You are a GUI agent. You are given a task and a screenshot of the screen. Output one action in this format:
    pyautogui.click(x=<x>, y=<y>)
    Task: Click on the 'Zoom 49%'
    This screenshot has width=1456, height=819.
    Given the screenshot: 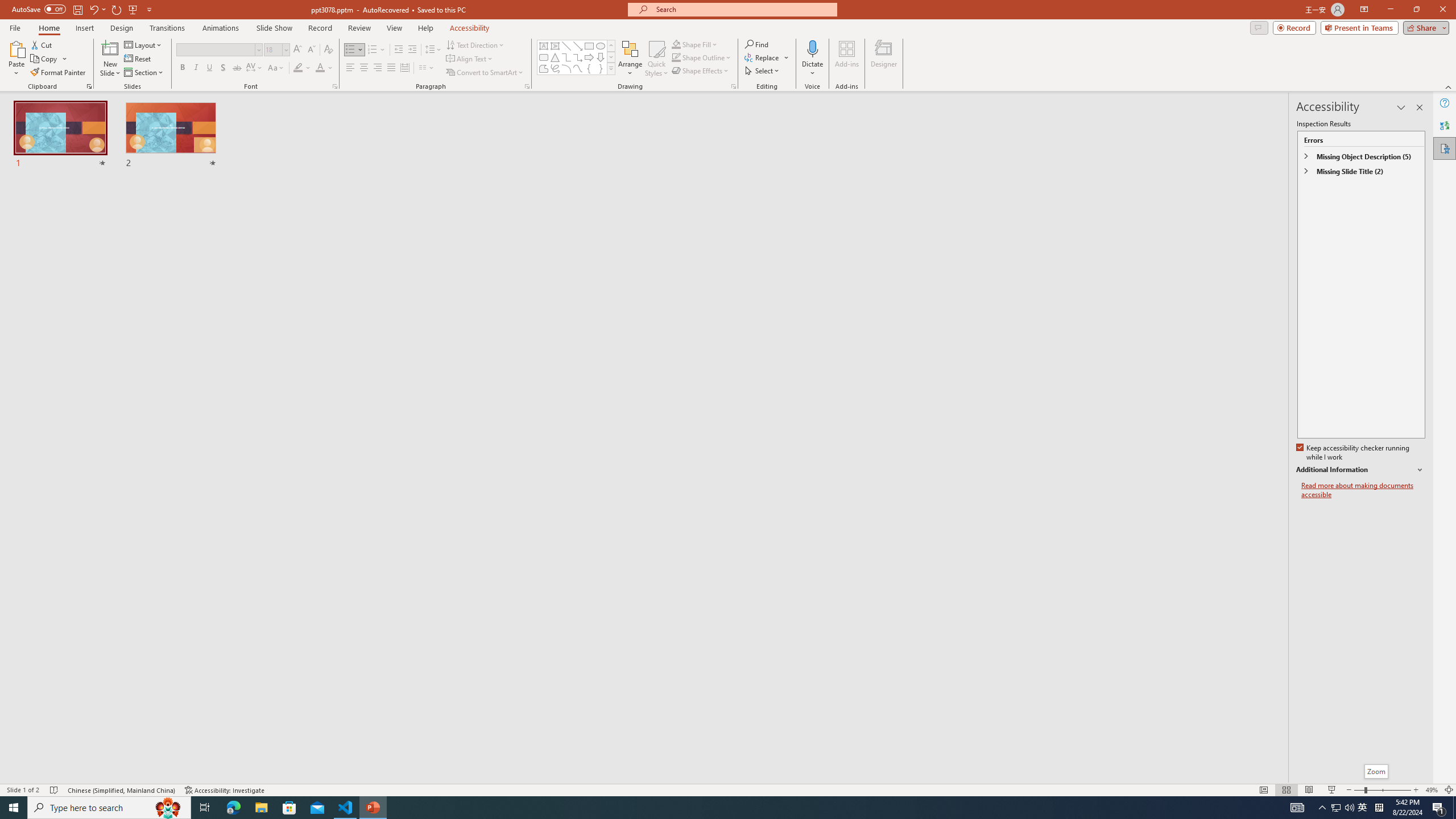 What is the action you would take?
    pyautogui.click(x=1431, y=790)
    